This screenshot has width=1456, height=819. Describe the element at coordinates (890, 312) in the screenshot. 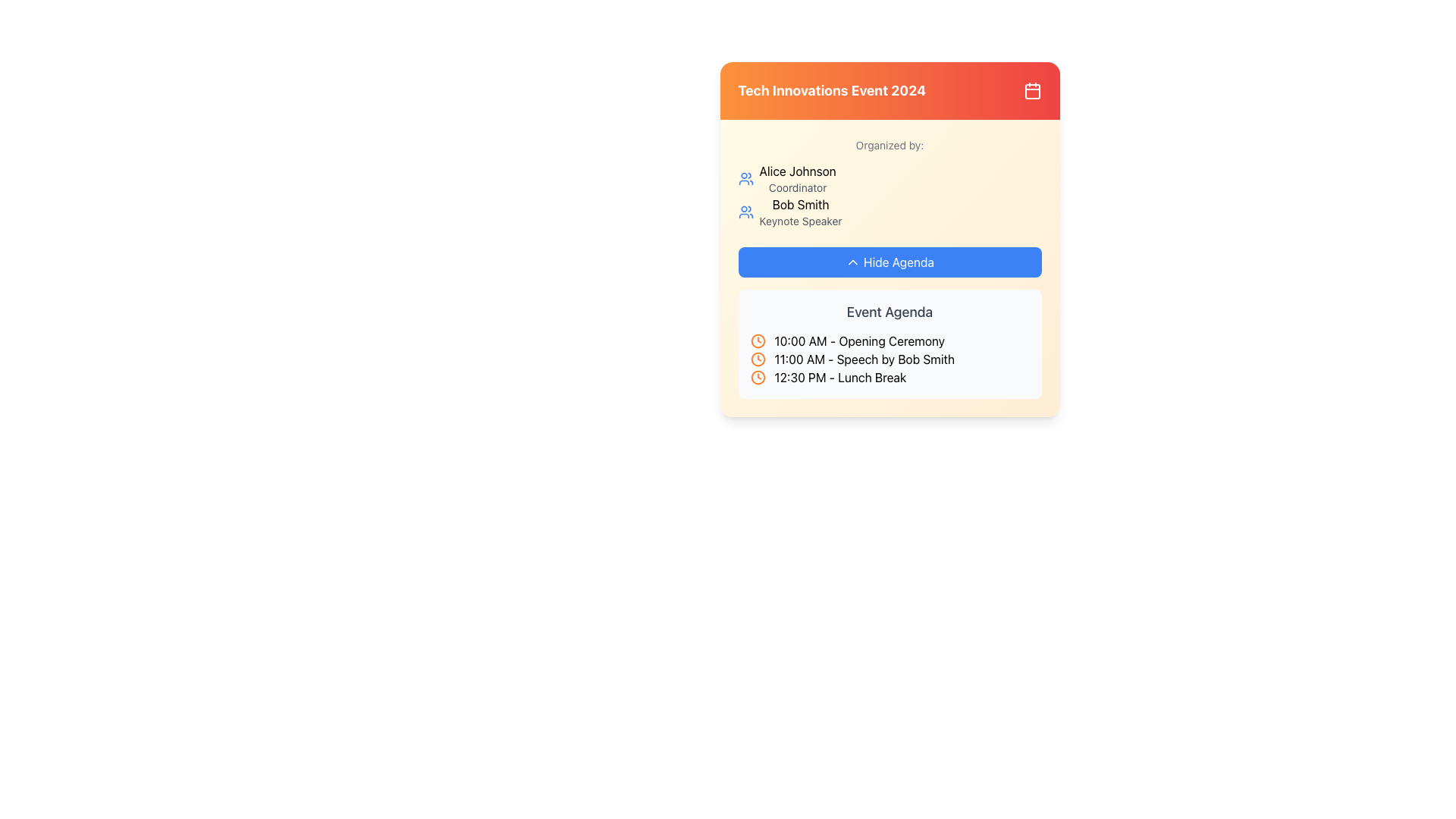

I see `the 'Event Agenda' text header, which is prominently styled in dark gray and located centrally within a light gray card, situated below the 'Hide Agenda' button` at that location.